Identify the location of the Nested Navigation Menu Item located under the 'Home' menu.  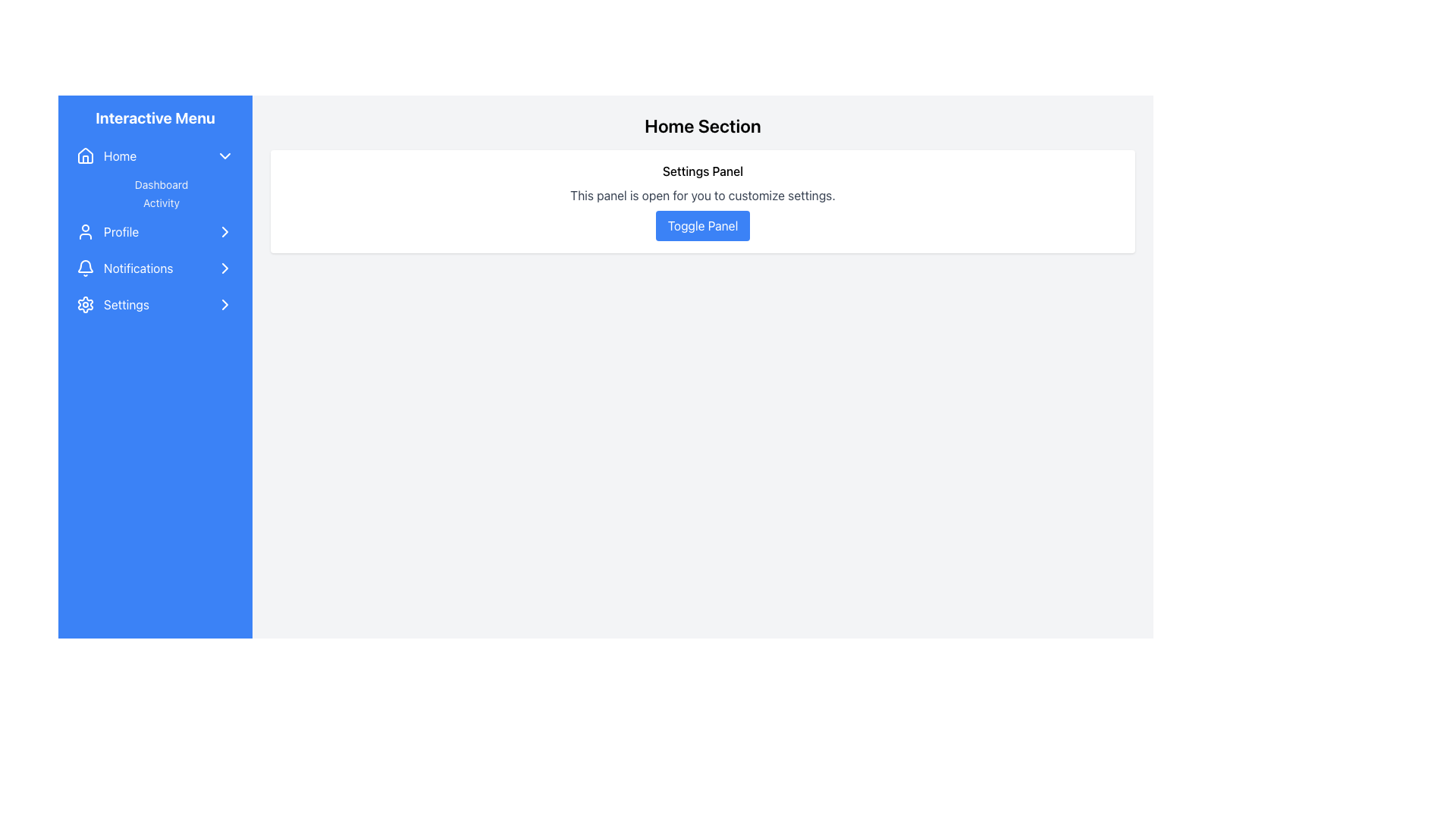
(155, 174).